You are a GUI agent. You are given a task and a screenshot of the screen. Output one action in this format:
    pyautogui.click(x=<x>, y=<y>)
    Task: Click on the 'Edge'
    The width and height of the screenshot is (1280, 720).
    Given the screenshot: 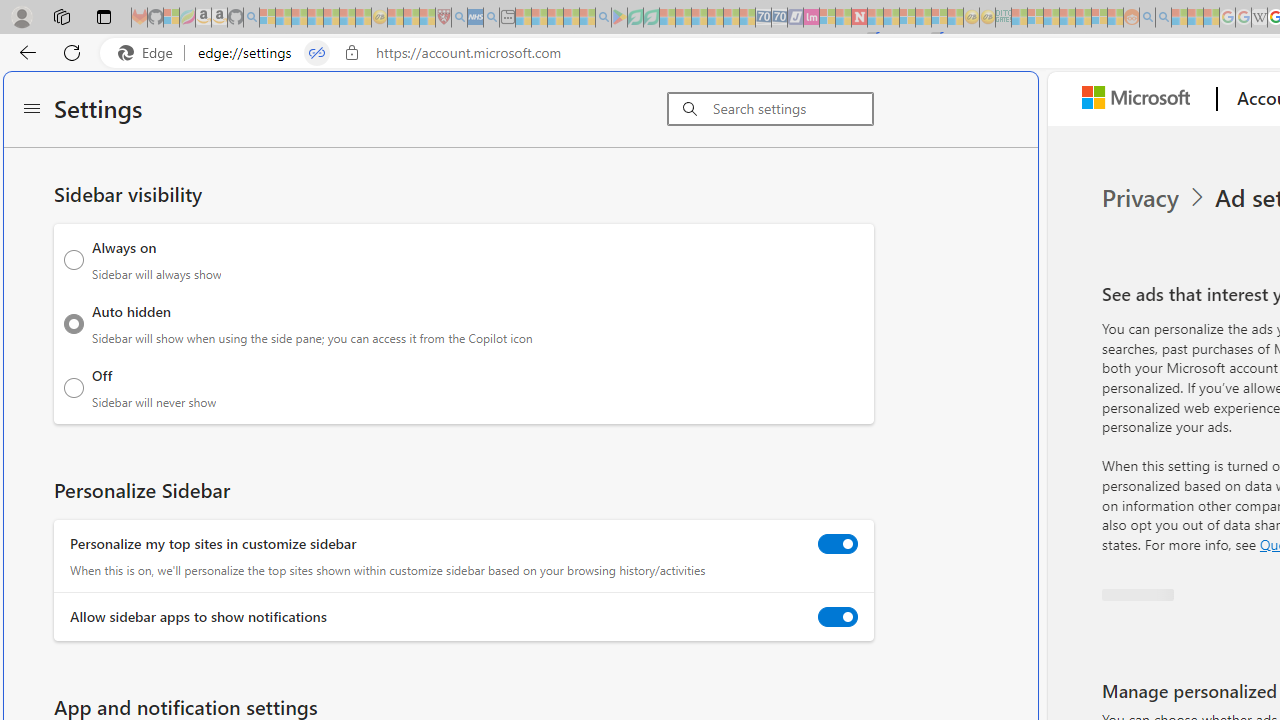 What is the action you would take?
    pyautogui.click(x=149, y=52)
    